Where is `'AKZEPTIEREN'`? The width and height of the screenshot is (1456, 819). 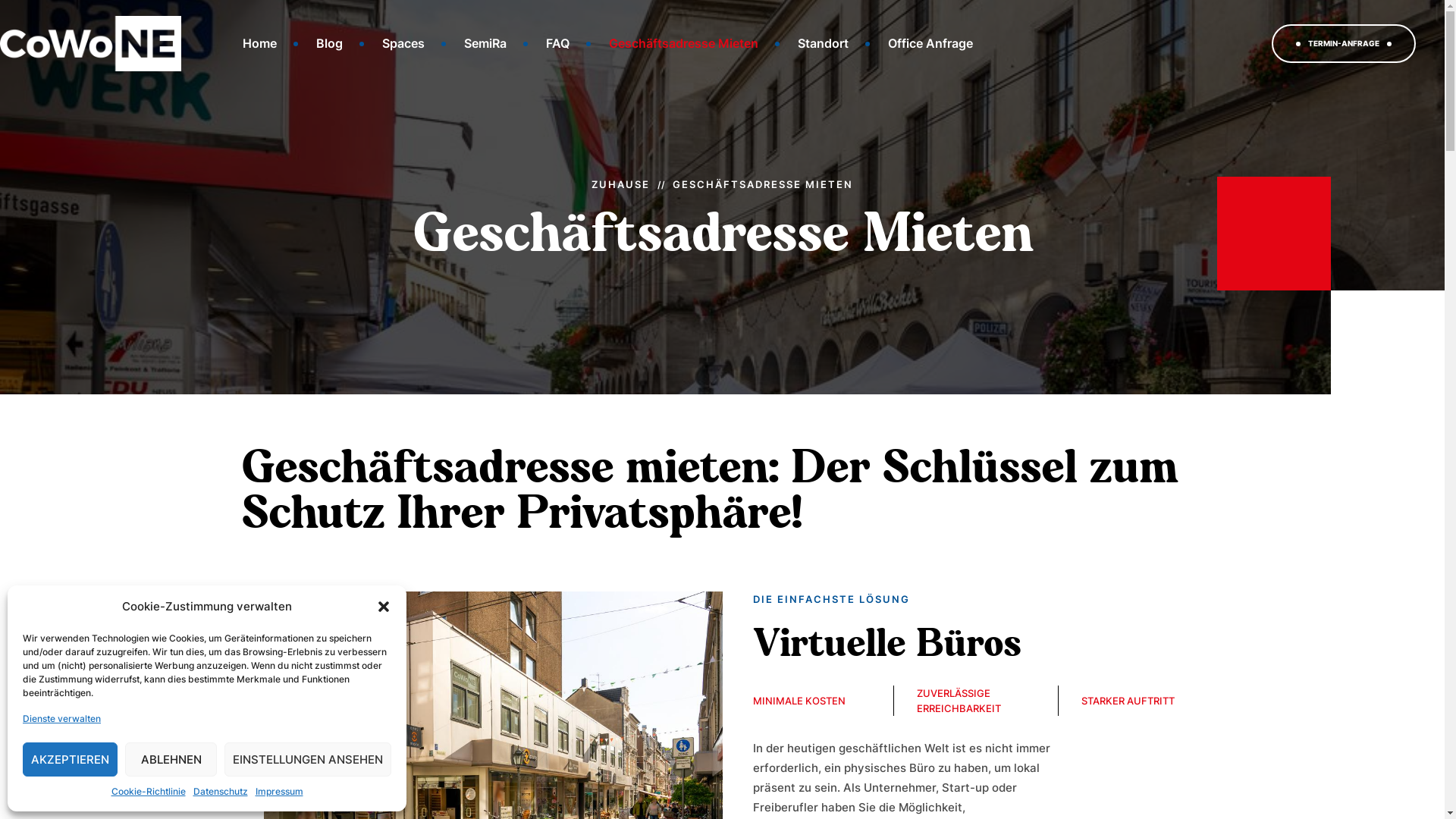
'AKZEPTIEREN' is located at coordinates (22, 759).